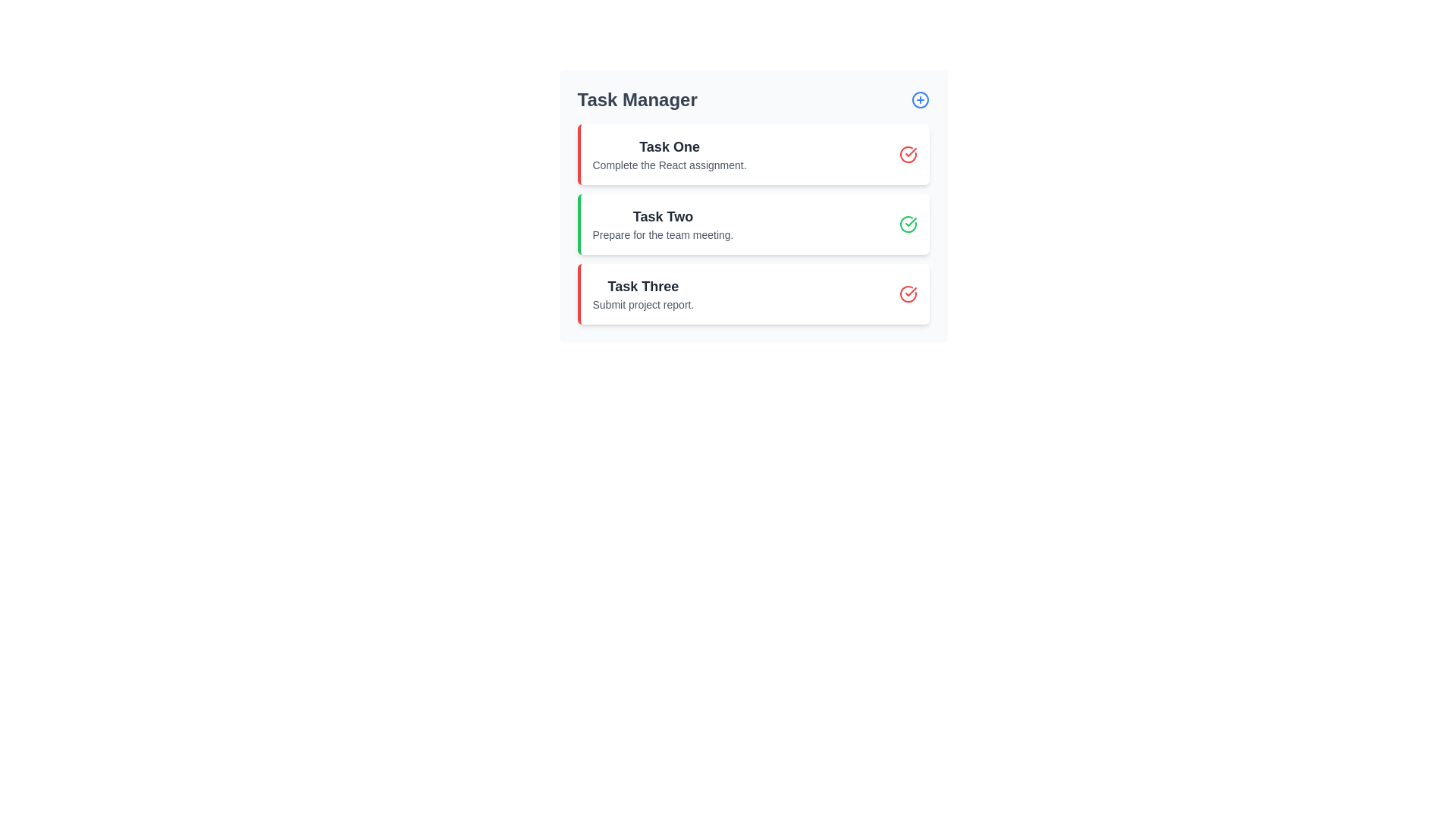 This screenshot has height=819, width=1456. I want to click on task details of the third task item in the Task Manager list, located below 'Task One' and 'Task Two' and to the left of the interactive red checkmark icon, so click(643, 294).